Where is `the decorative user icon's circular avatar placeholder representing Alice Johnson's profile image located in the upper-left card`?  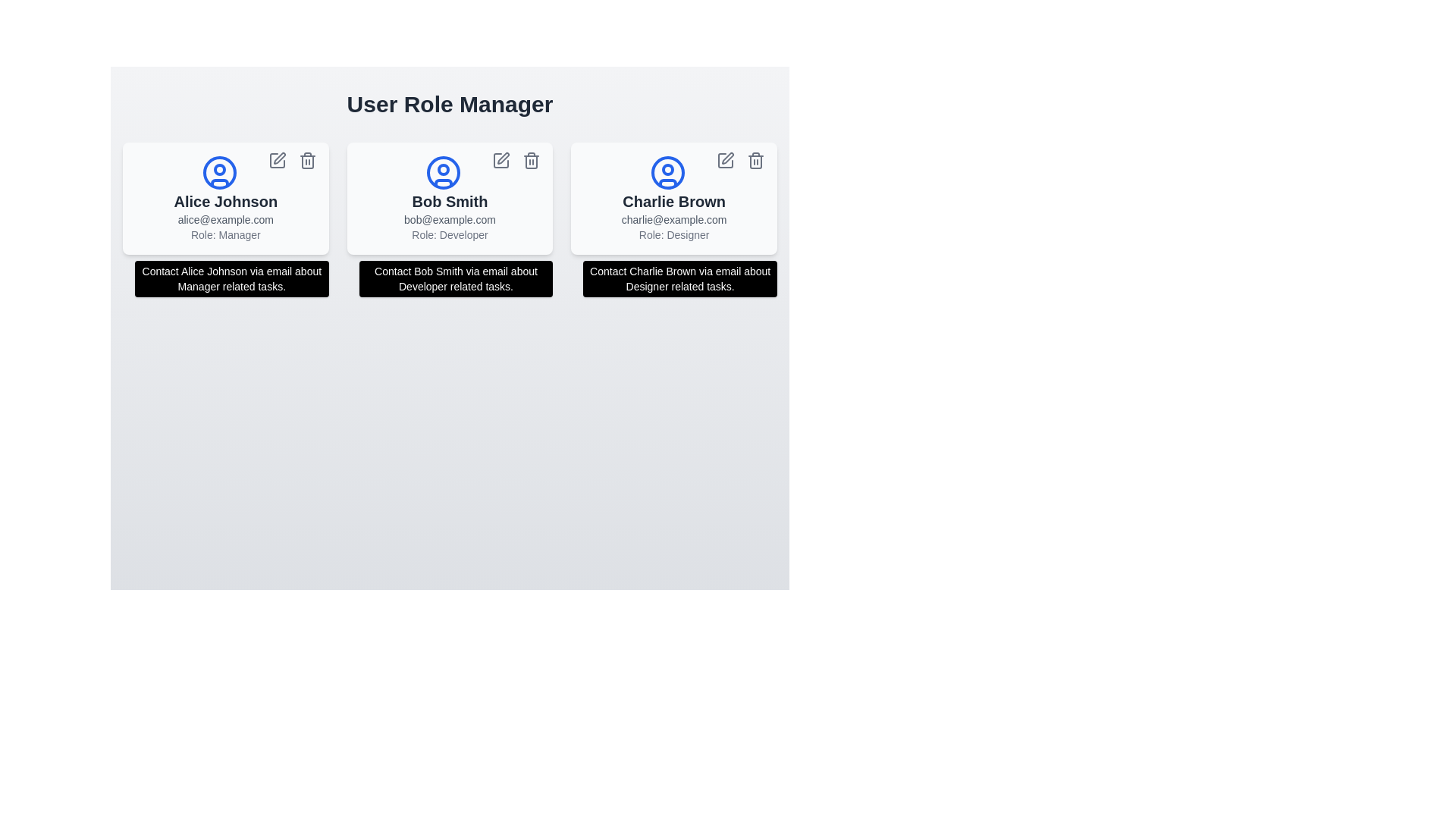 the decorative user icon's circular avatar placeholder representing Alice Johnson's profile image located in the upper-left card is located at coordinates (218, 169).